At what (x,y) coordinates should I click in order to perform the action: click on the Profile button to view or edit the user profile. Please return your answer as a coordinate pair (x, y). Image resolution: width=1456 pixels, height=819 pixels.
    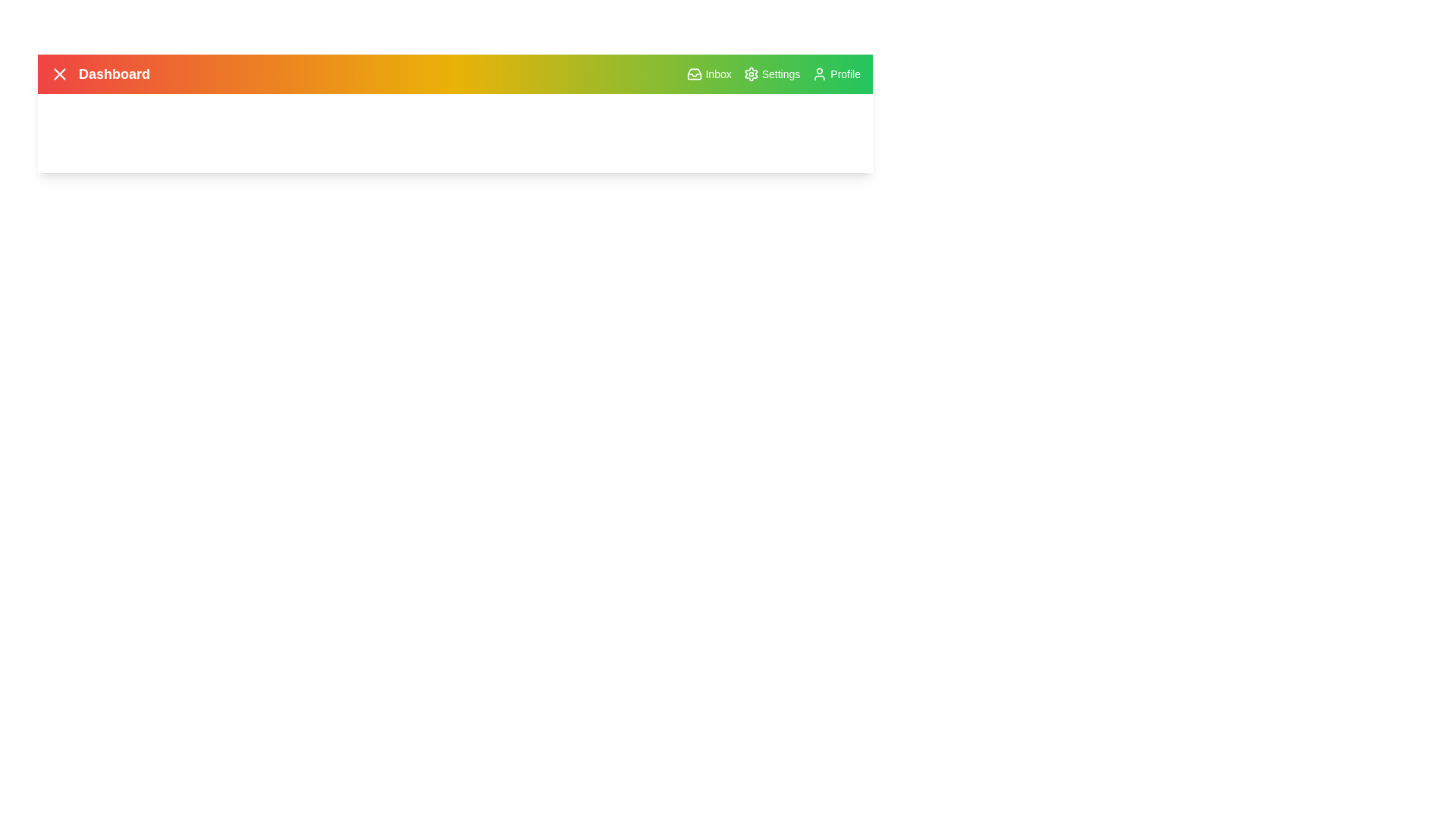
    Looking at the image, I should click on (836, 74).